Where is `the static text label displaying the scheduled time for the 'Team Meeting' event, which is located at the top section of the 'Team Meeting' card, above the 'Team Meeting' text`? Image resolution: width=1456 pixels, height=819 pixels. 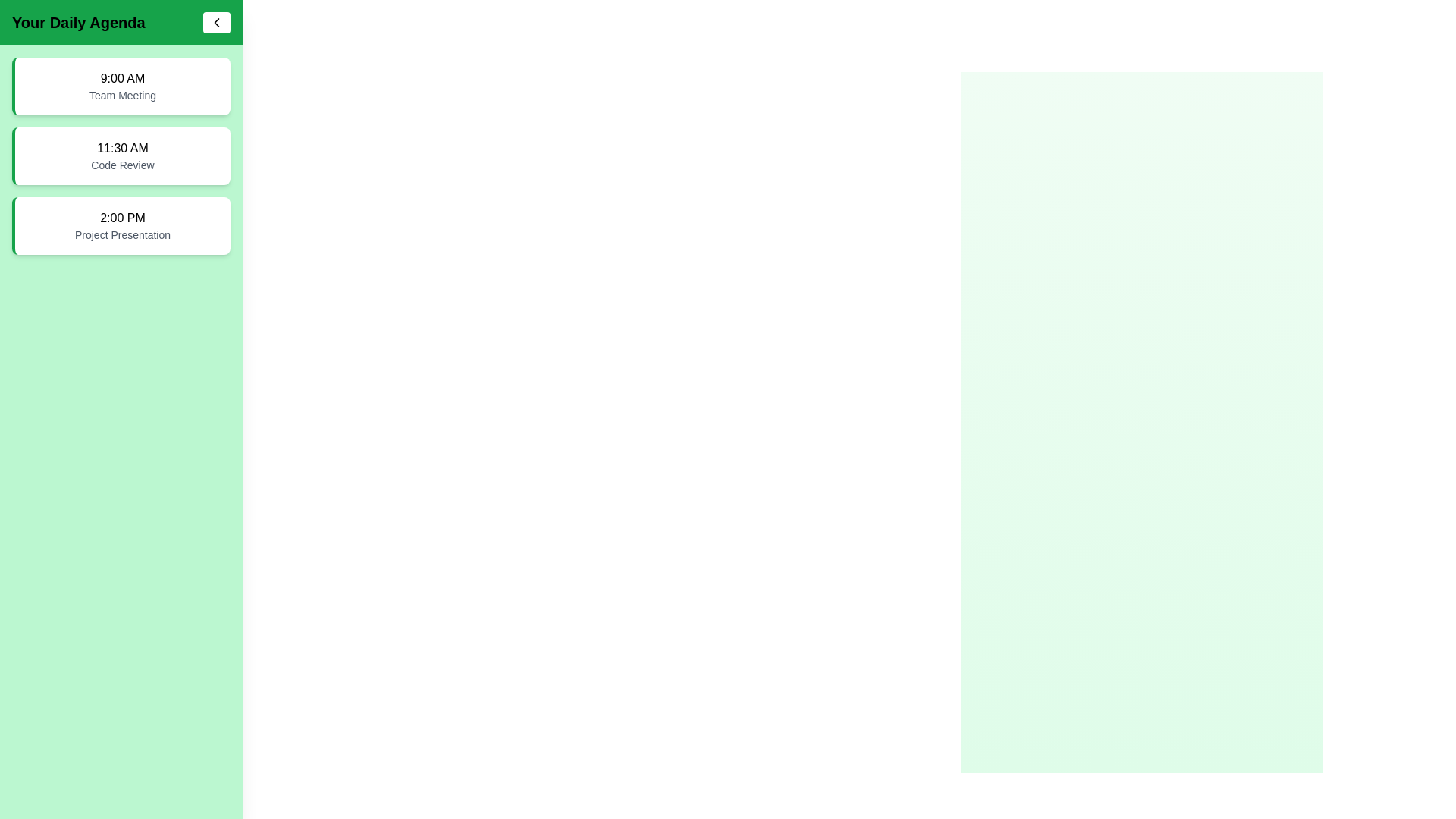 the static text label displaying the scheduled time for the 'Team Meeting' event, which is located at the top section of the 'Team Meeting' card, above the 'Team Meeting' text is located at coordinates (123, 79).